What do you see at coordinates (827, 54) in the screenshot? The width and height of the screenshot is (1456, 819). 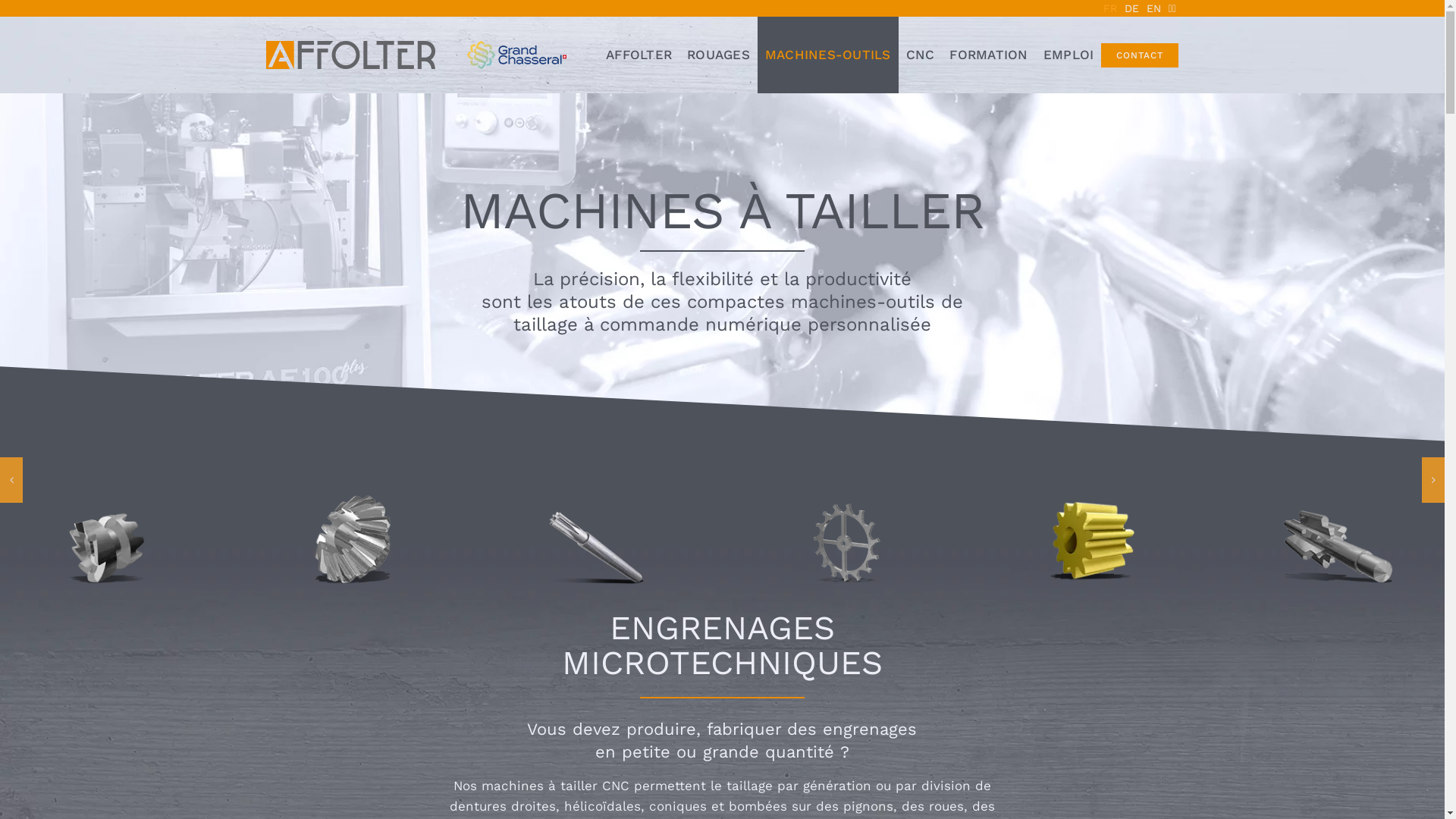 I see `'MACHINES-OUTILS'` at bounding box center [827, 54].